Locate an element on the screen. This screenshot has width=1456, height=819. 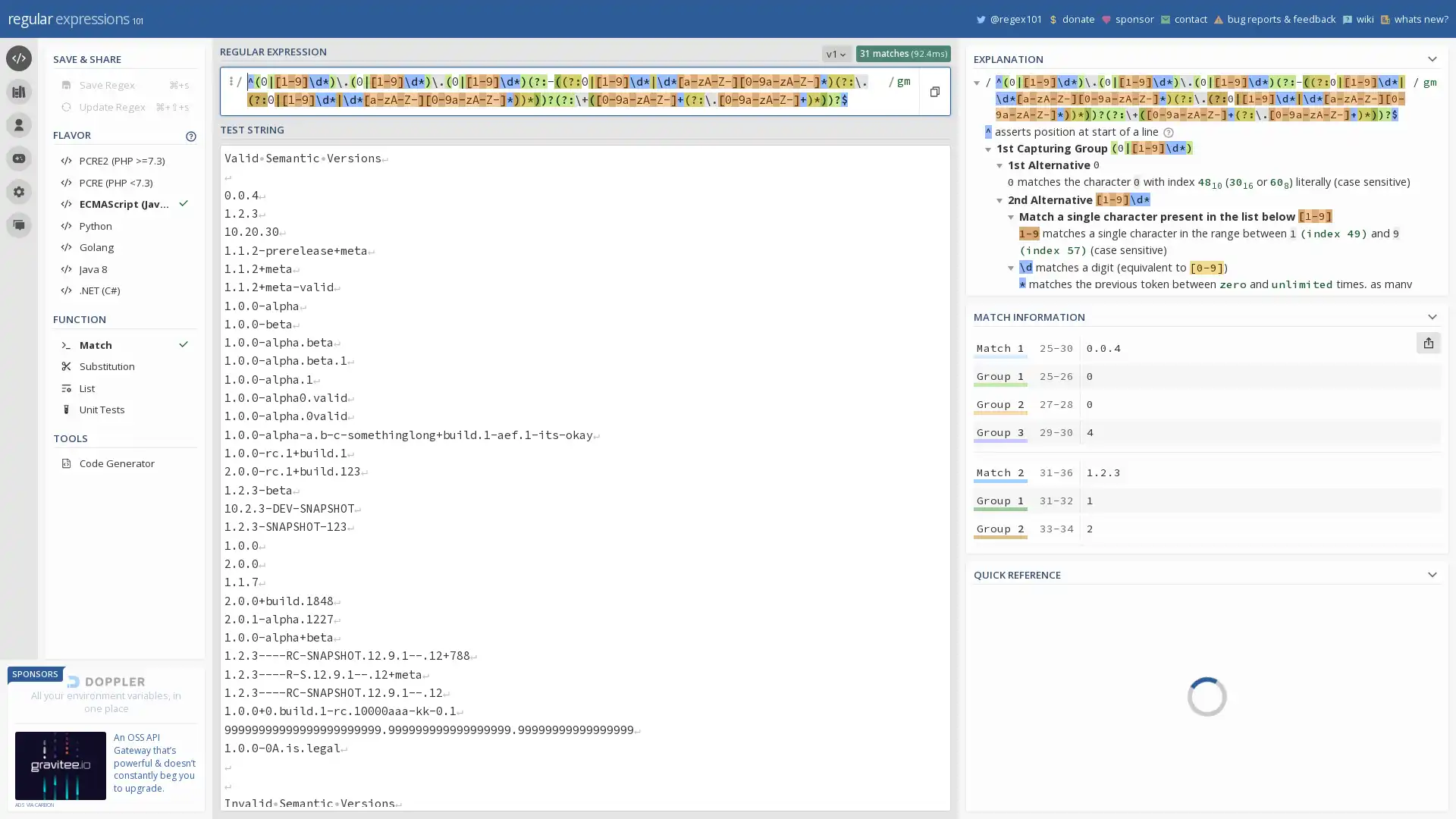
Collapse Subtree is located at coordinates (1013, 403).